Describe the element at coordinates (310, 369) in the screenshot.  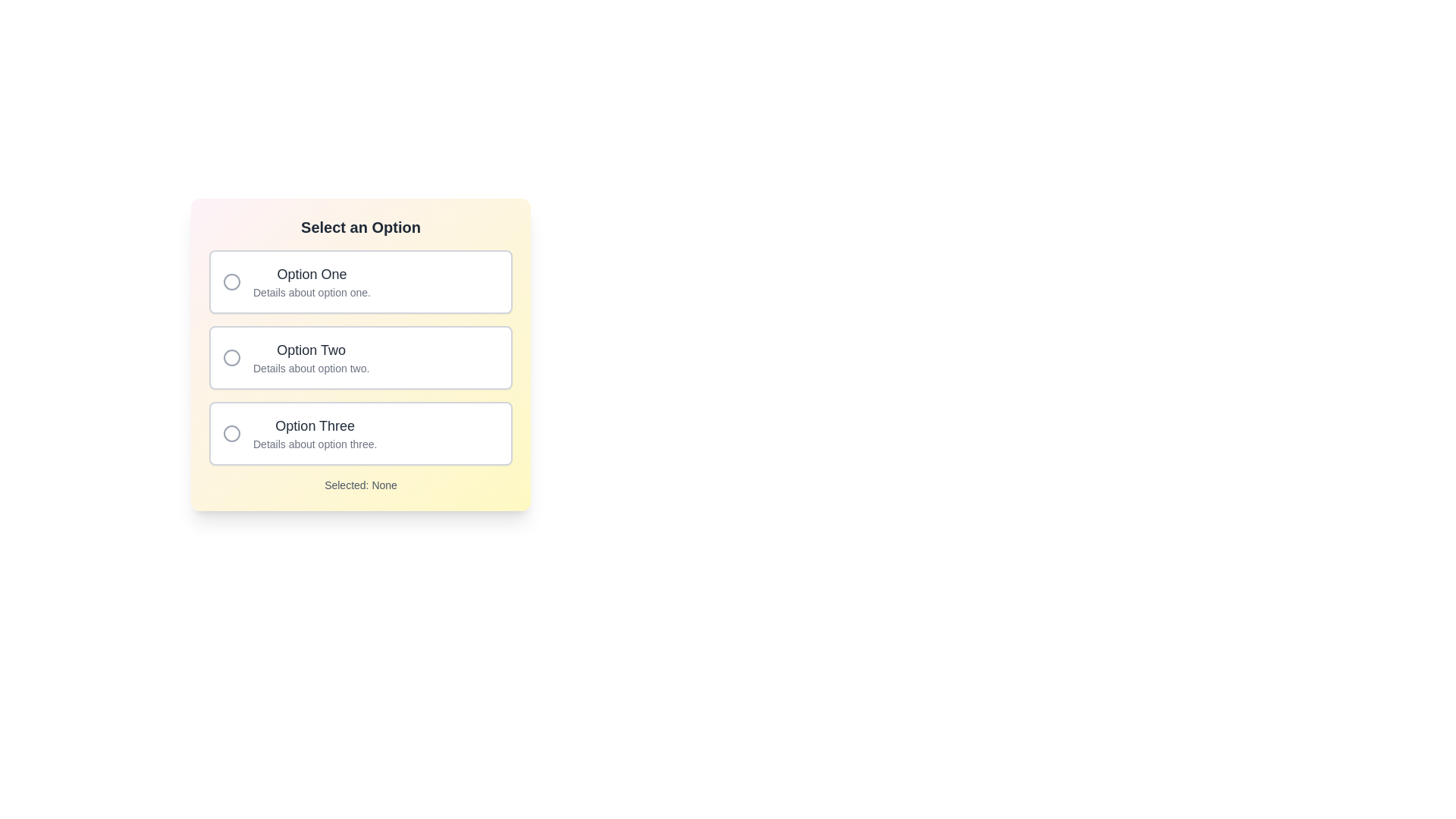
I see `the text element that reads 'Details about option two.', which is located below the label 'Option Two' within its selection box` at that location.